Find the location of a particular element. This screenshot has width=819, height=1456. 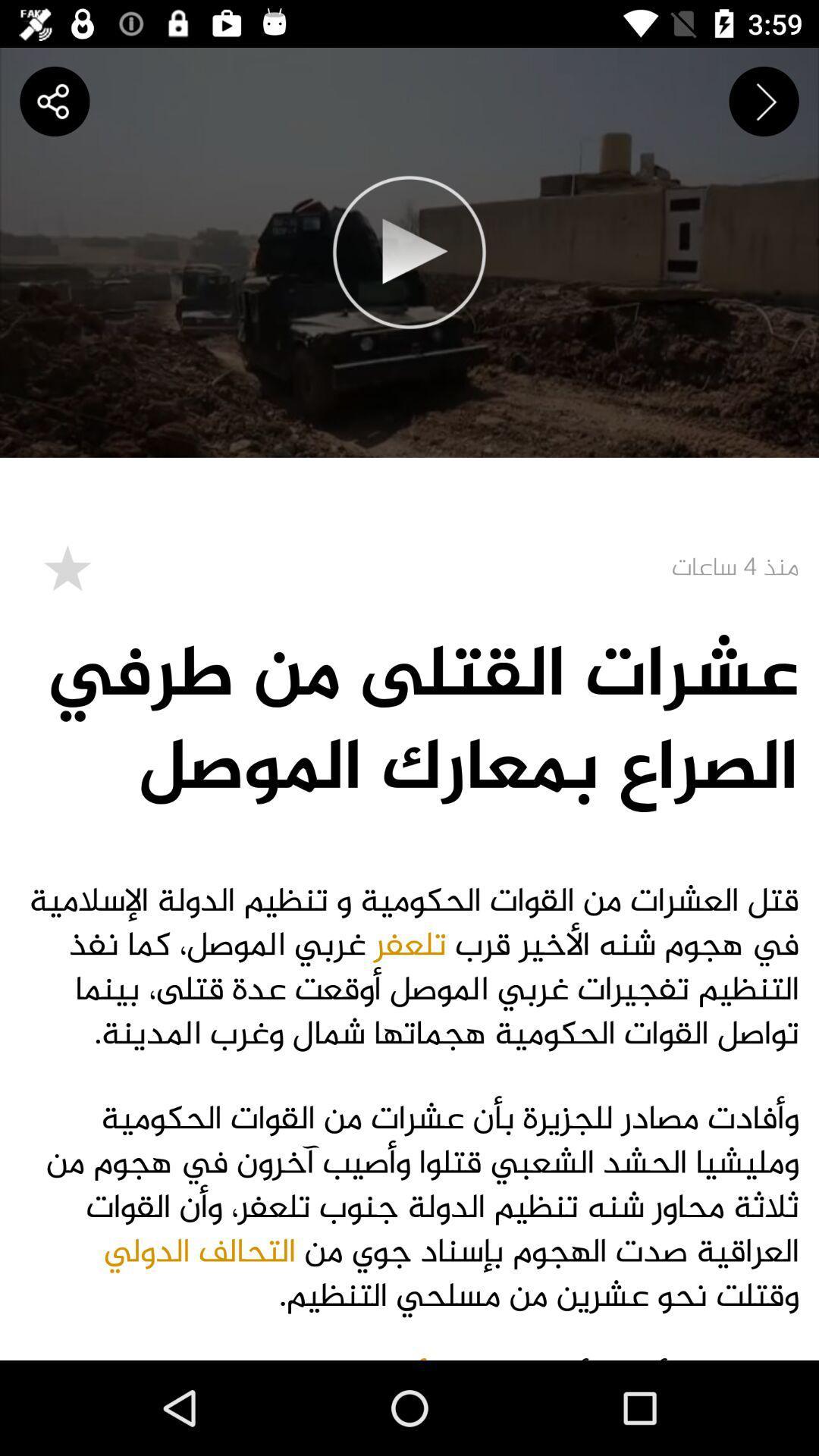

play button is located at coordinates (409, 252).